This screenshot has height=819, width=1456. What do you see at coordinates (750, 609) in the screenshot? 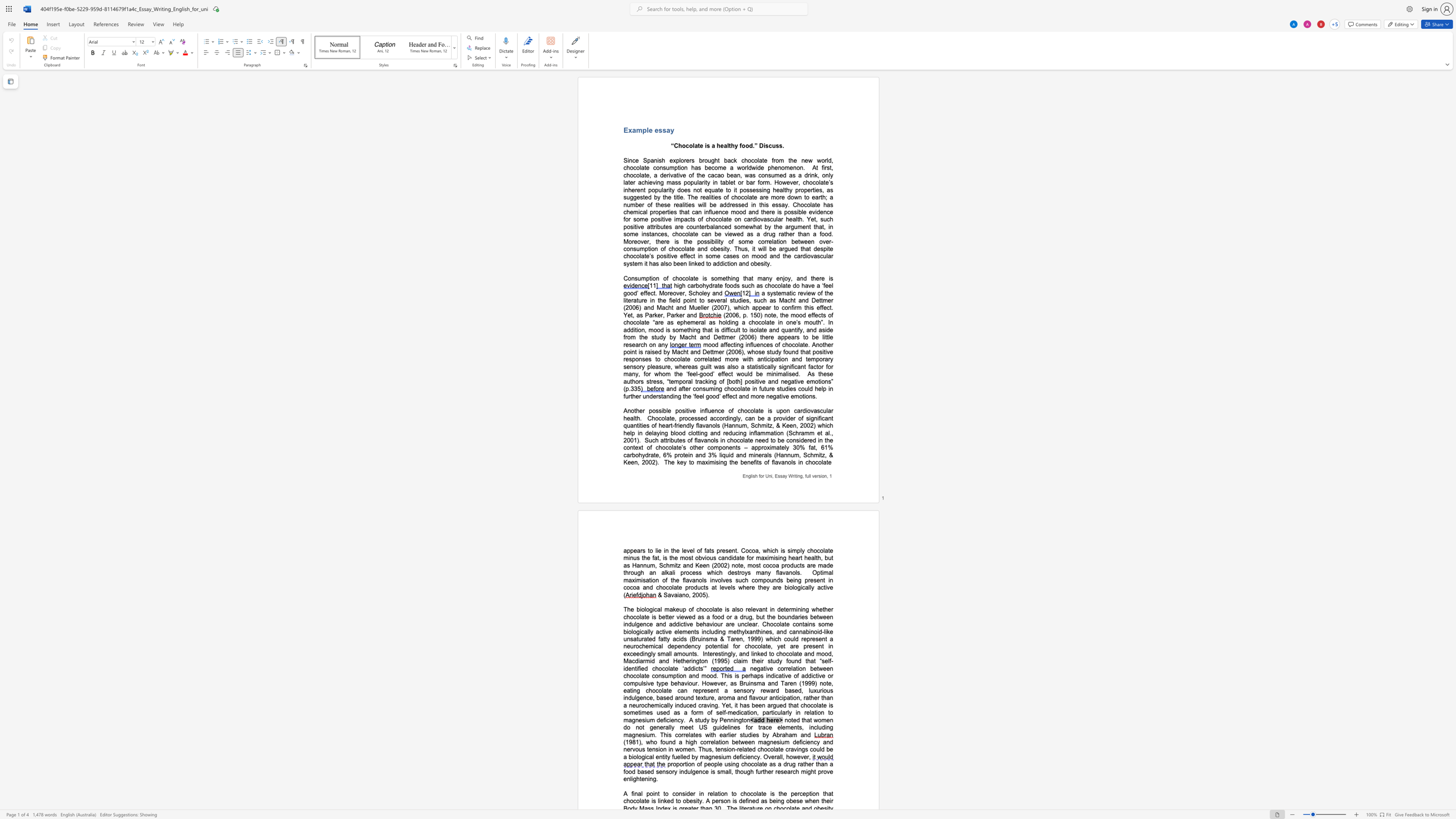
I see `the space between the continuous character "e" and "l" in the text` at bounding box center [750, 609].